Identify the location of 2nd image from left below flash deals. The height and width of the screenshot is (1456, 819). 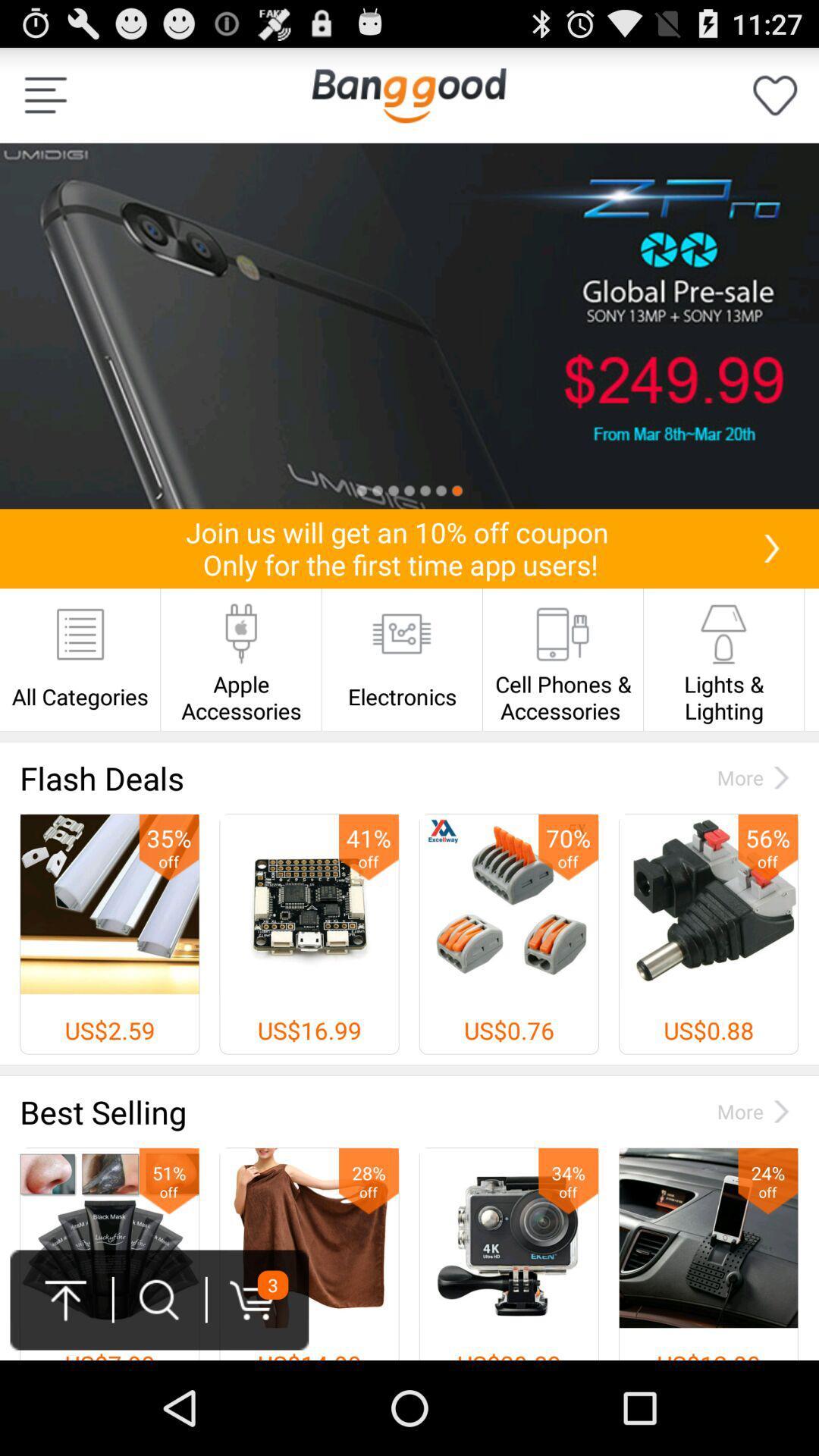
(309, 934).